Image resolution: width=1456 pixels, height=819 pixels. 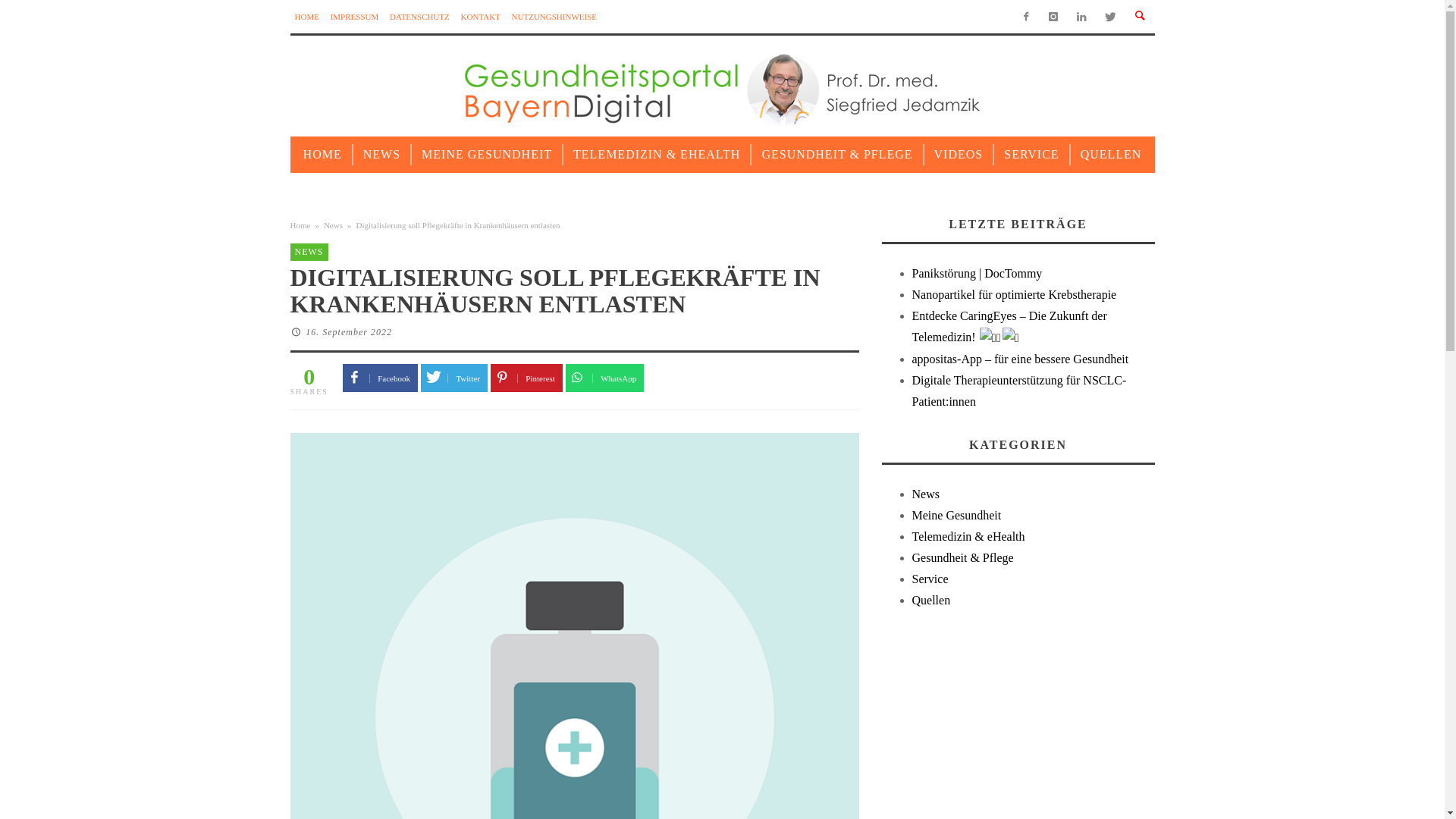 I want to click on 'NEWS', so click(x=291, y=250).